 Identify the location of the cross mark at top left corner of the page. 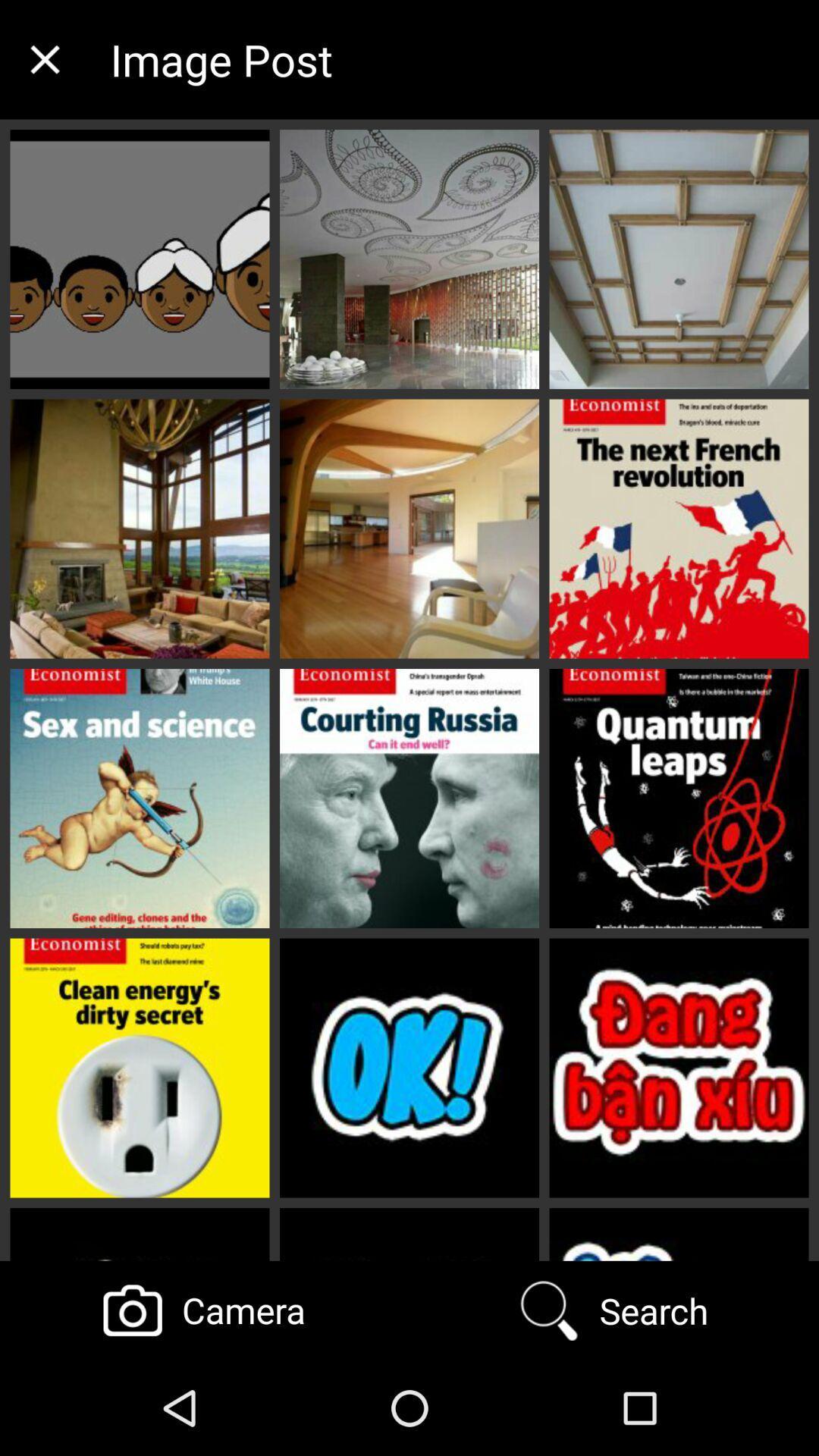
(44, 59).